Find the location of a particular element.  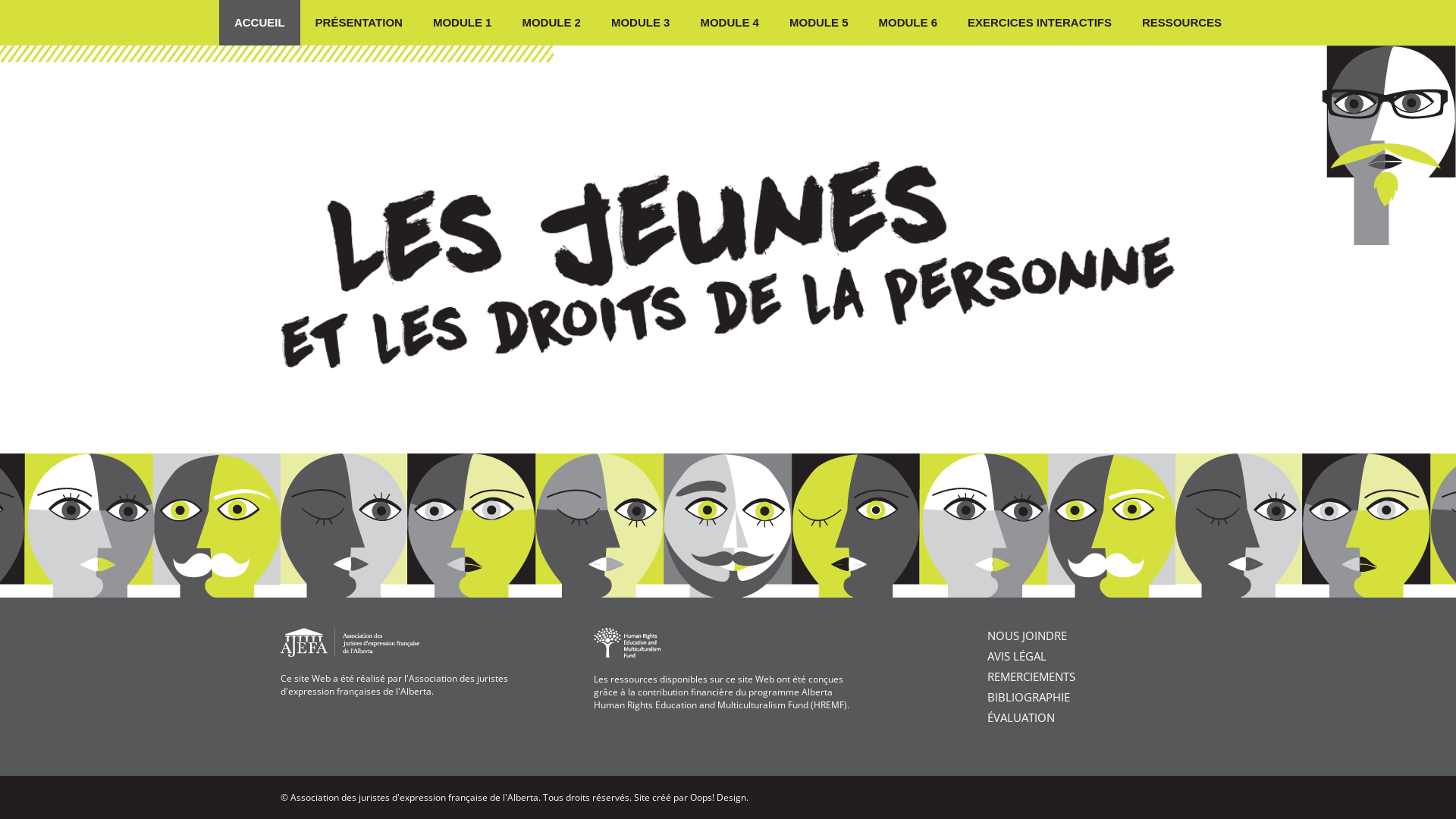

'MODULE 2' is located at coordinates (550, 23).